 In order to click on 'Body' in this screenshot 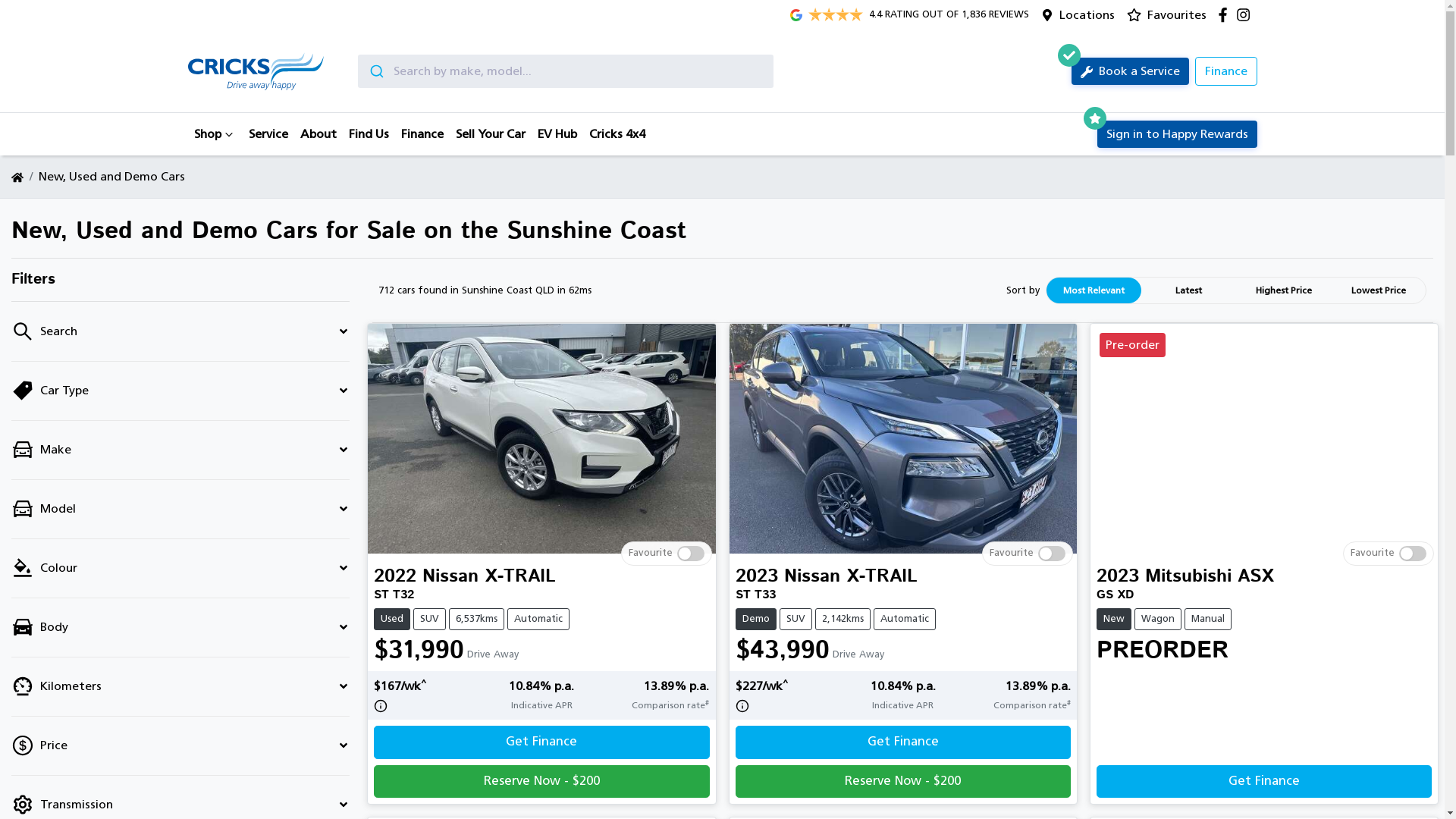, I will do `click(180, 627)`.